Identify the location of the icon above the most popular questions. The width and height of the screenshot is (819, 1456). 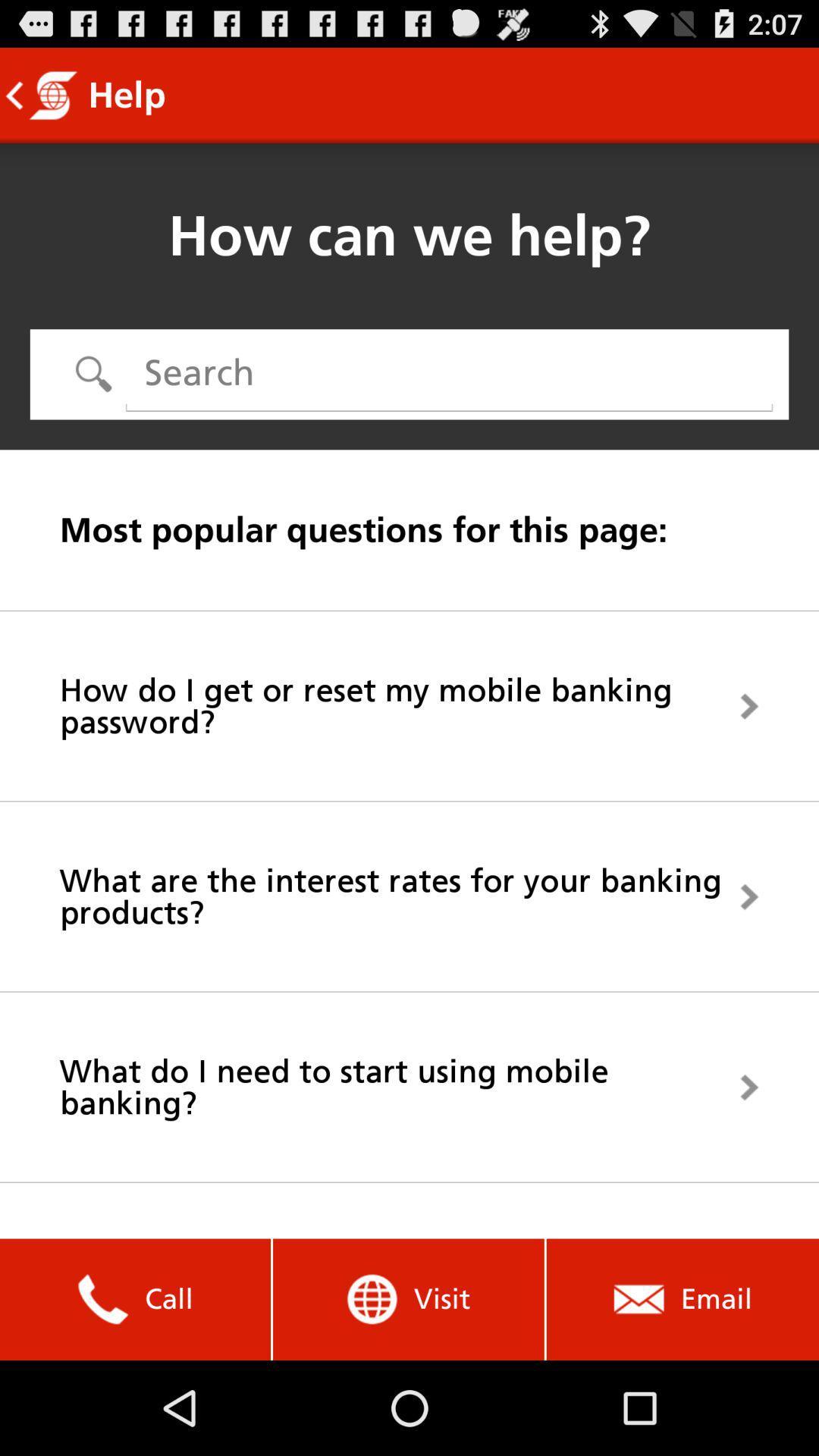
(448, 373).